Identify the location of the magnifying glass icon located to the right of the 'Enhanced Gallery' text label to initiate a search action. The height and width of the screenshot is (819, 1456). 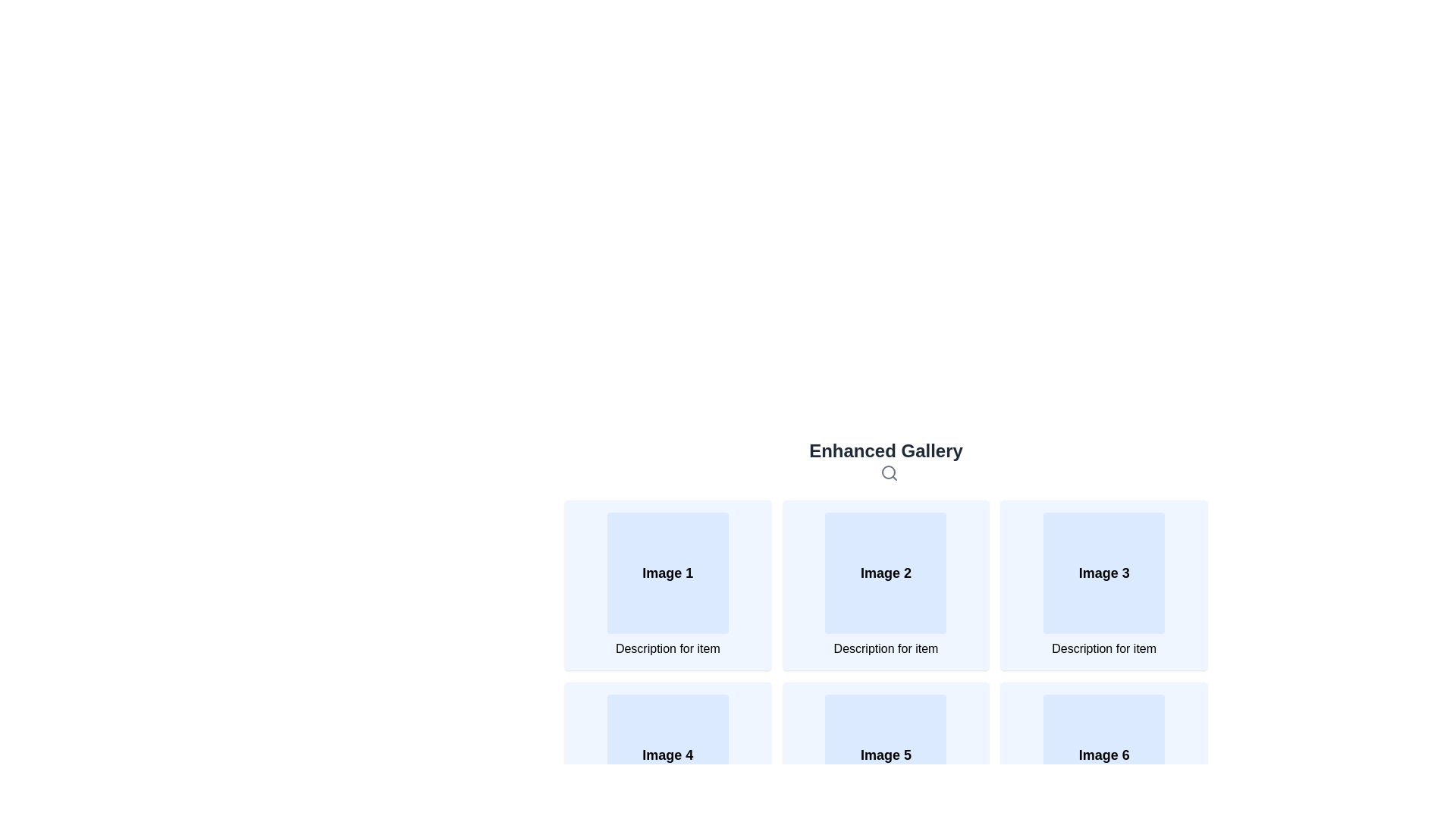
(889, 472).